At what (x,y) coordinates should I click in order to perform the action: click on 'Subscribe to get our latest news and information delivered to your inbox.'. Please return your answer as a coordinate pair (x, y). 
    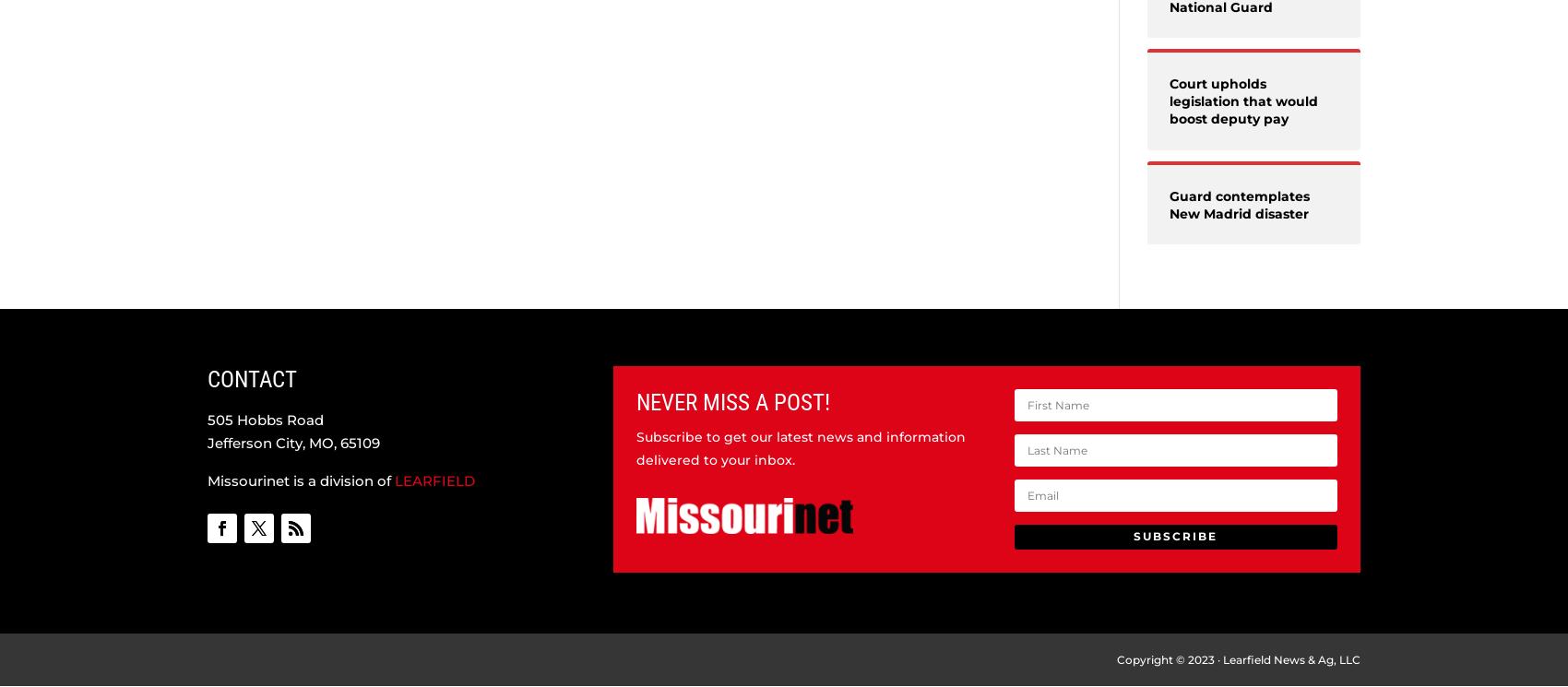
    Looking at the image, I should click on (636, 447).